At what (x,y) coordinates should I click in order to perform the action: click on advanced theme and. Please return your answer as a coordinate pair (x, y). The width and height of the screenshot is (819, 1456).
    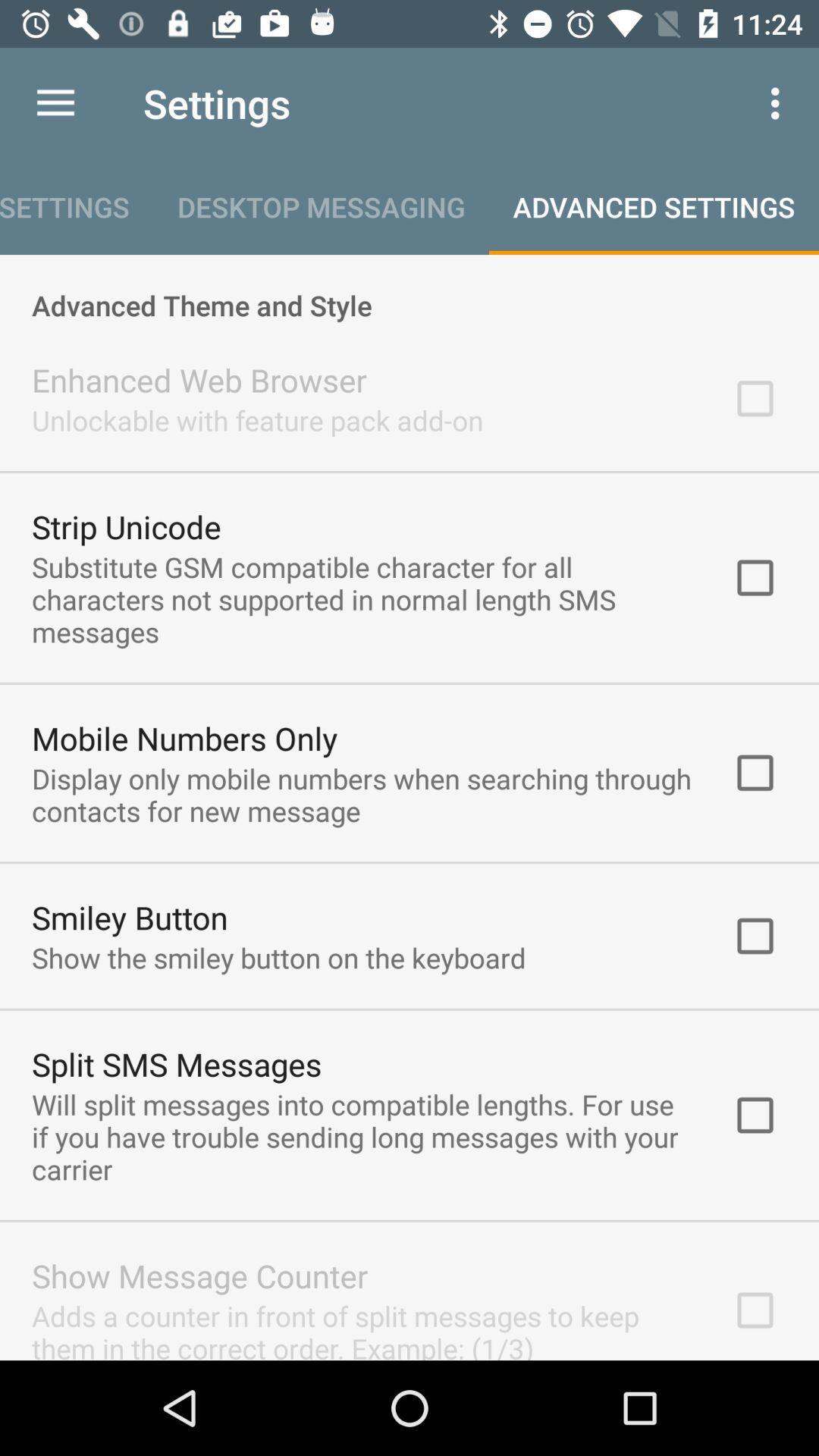
    Looking at the image, I should click on (409, 289).